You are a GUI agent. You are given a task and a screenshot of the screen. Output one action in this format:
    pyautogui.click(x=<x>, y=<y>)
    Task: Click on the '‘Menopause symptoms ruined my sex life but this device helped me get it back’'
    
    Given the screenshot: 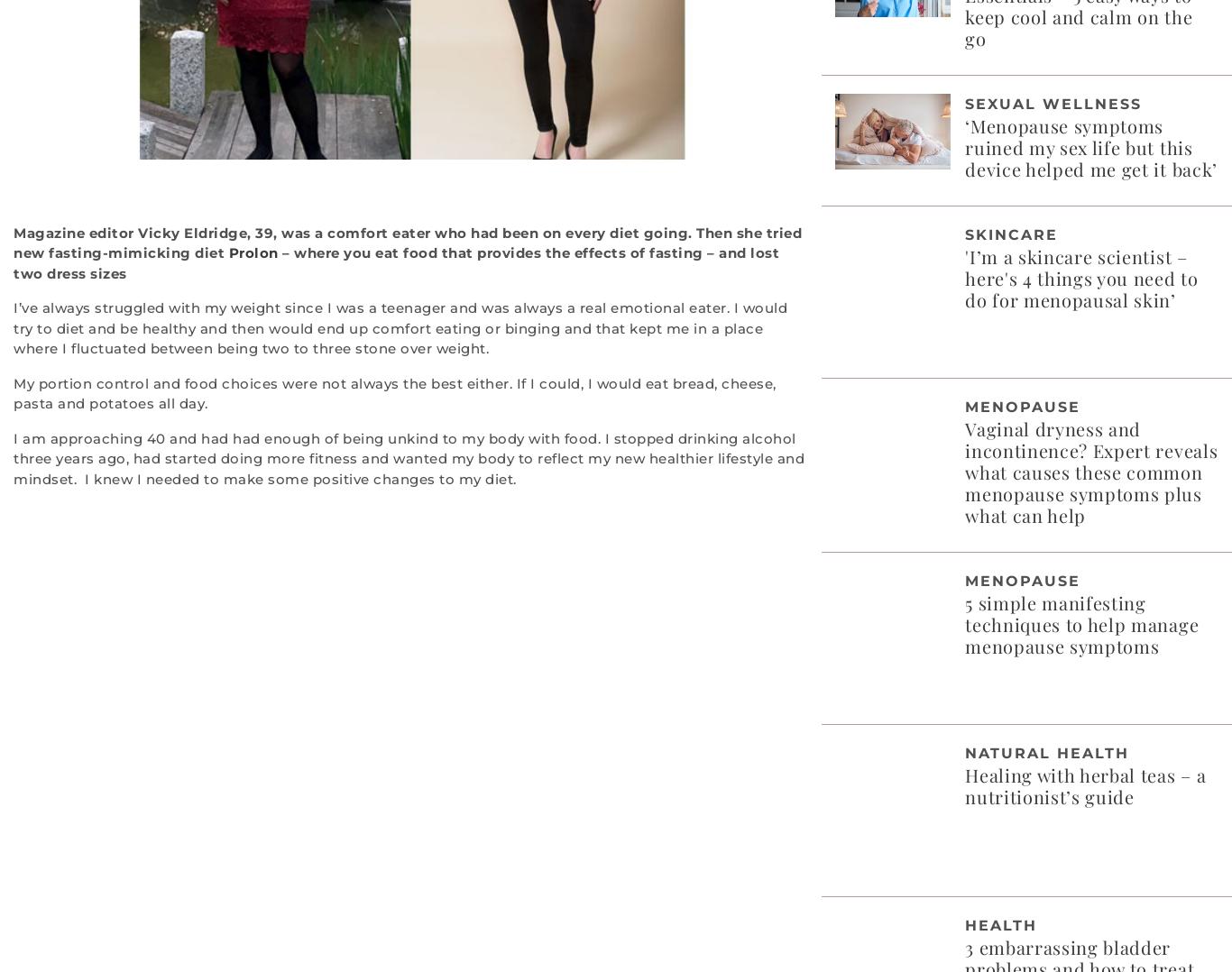 What is the action you would take?
    pyautogui.click(x=963, y=145)
    